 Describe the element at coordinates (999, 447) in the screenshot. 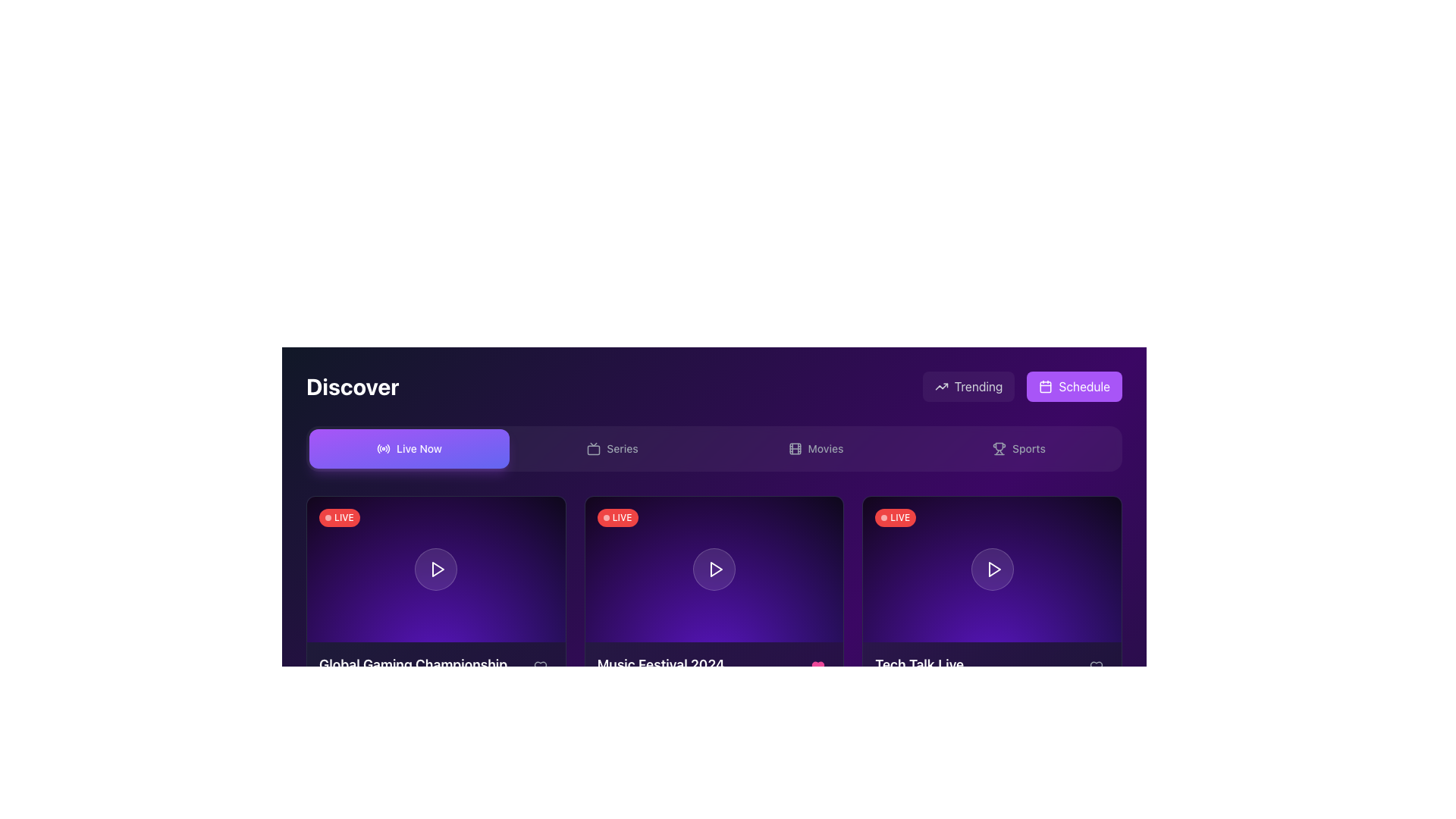

I see `the trophy icon, which is styled in a minimalistic manner with a thin outline and no inner fill, located within the horizontally oriented purple button labeled 'Sports'` at that location.